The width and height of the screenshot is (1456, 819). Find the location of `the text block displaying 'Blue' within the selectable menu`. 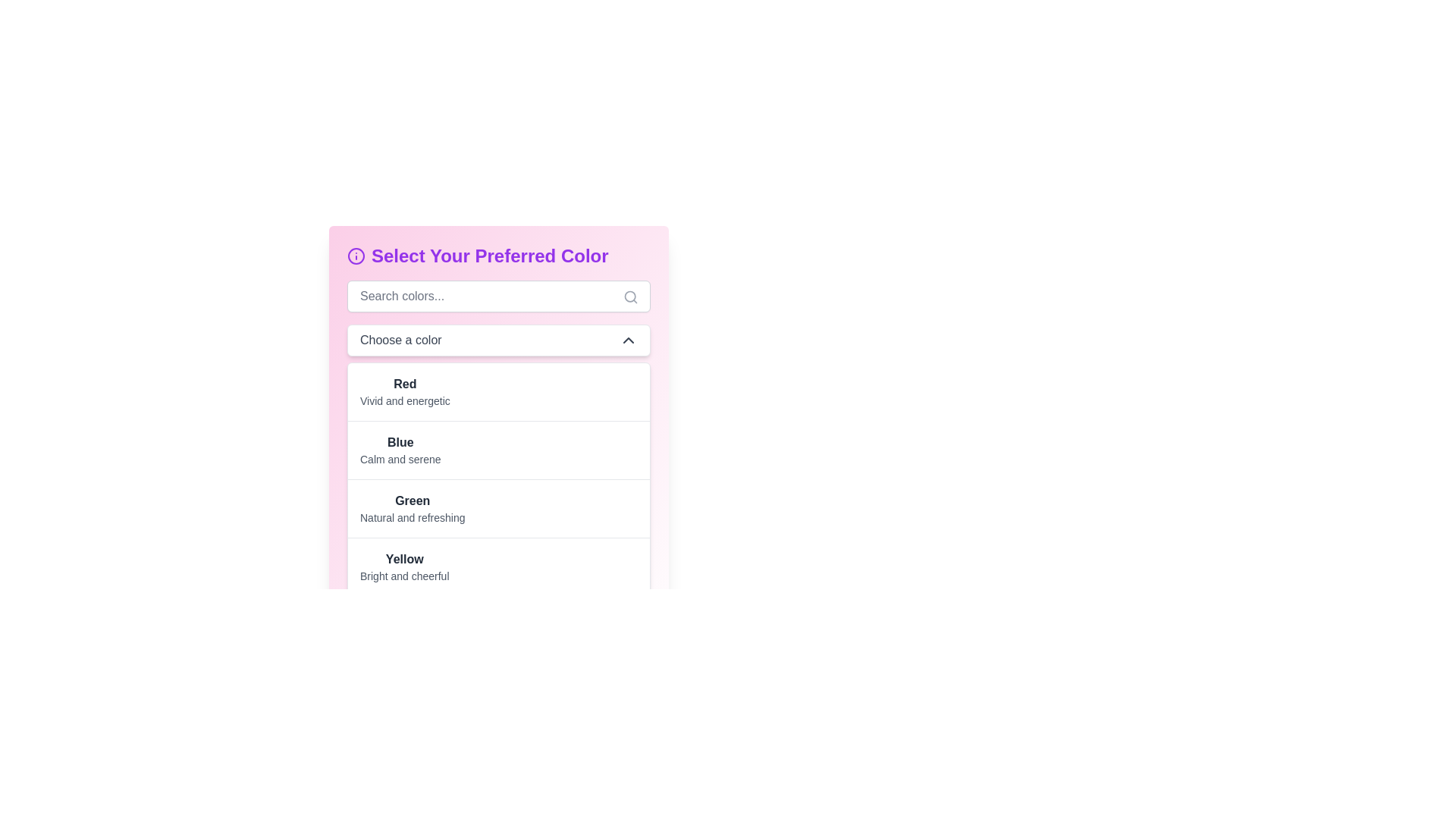

the text block displaying 'Blue' within the selectable menu is located at coordinates (400, 450).